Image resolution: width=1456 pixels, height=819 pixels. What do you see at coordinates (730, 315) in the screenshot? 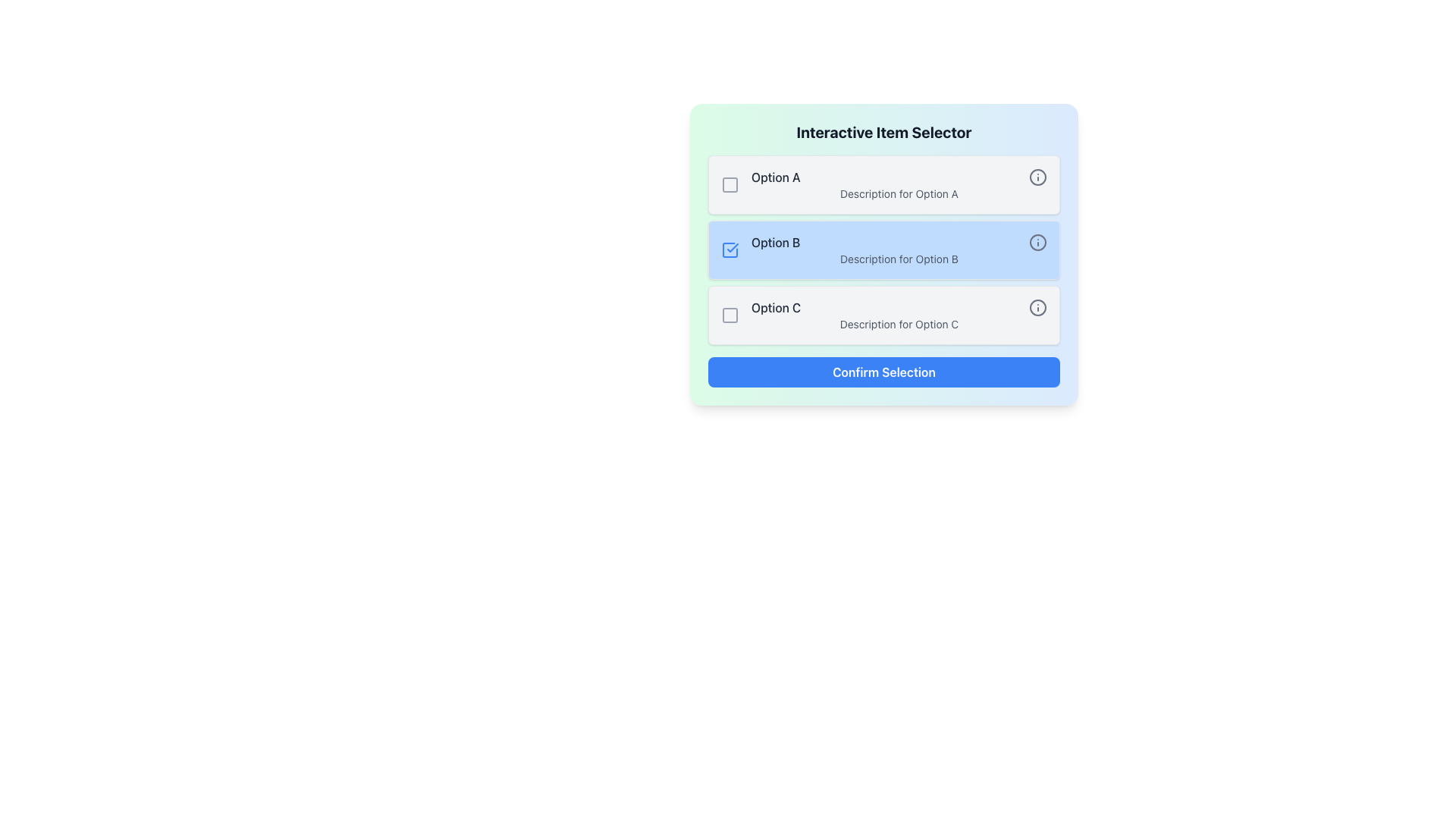
I see `the Checkbox-like icon for 'Option C'` at bounding box center [730, 315].